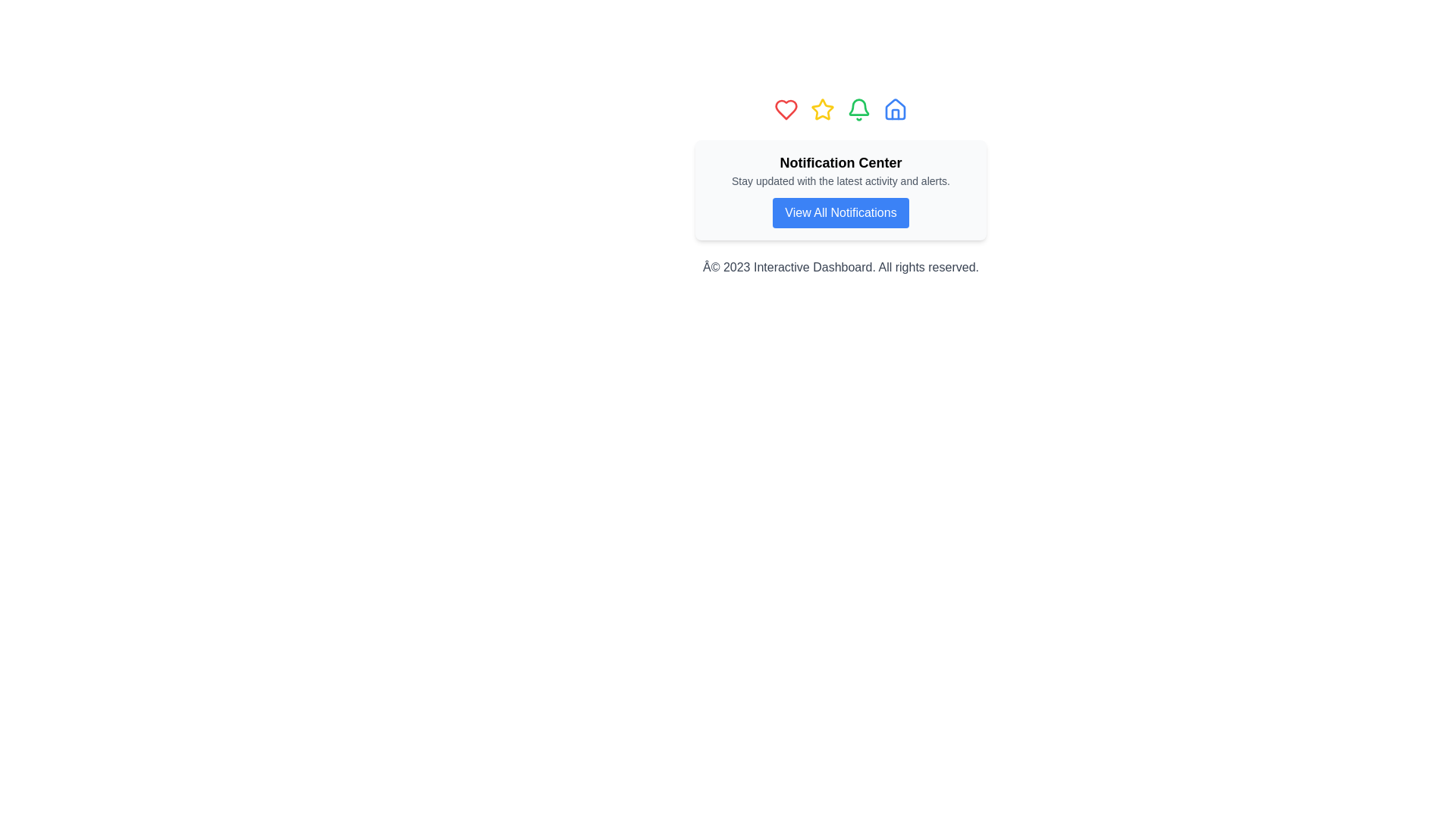 This screenshot has height=819, width=1456. Describe the element at coordinates (895, 109) in the screenshot. I see `the home SVG-based icon, which is located at the farthest right of a horizontal arrangement of icons, to trigger the color change` at that location.